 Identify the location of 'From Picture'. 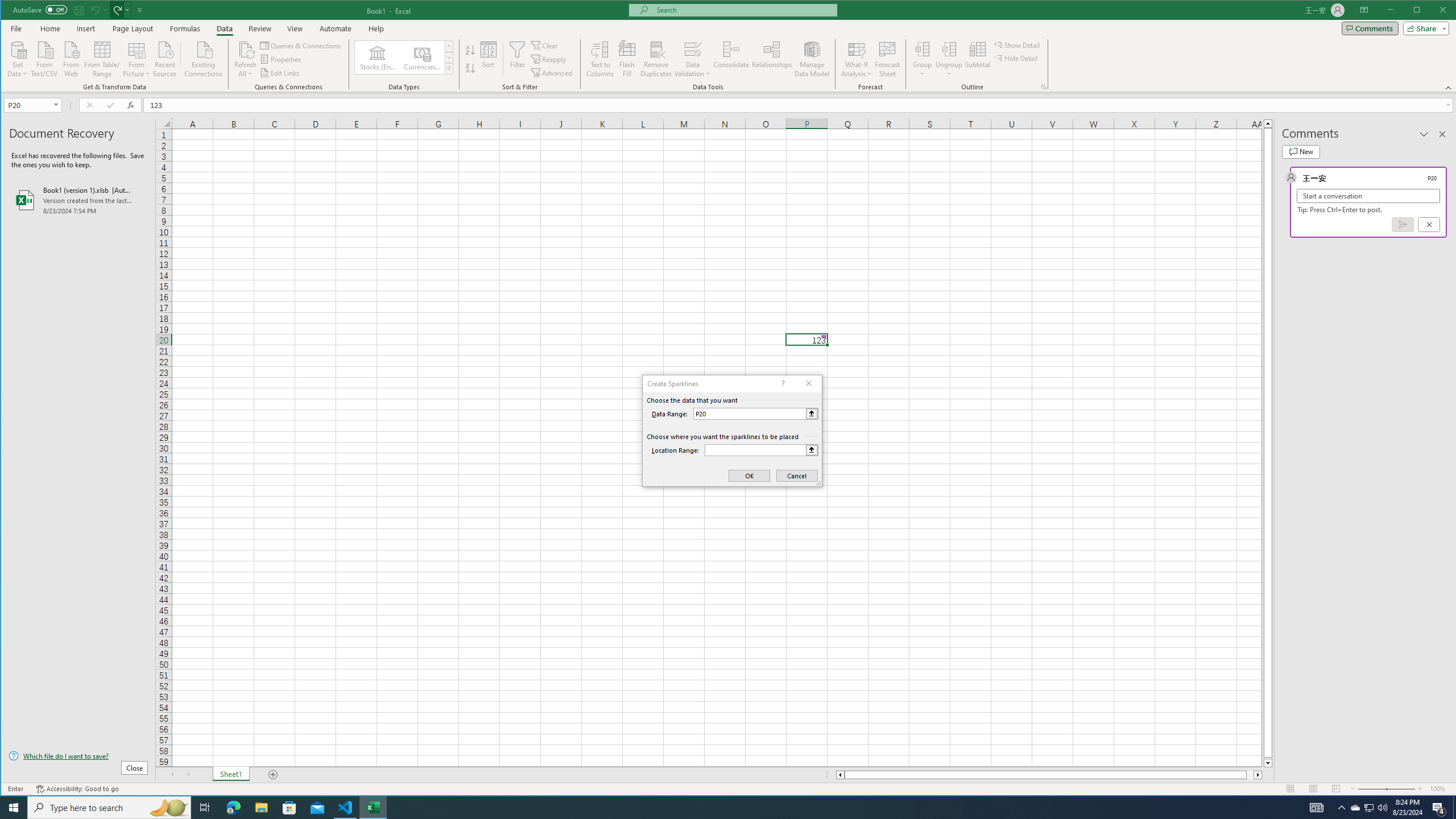
(136, 58).